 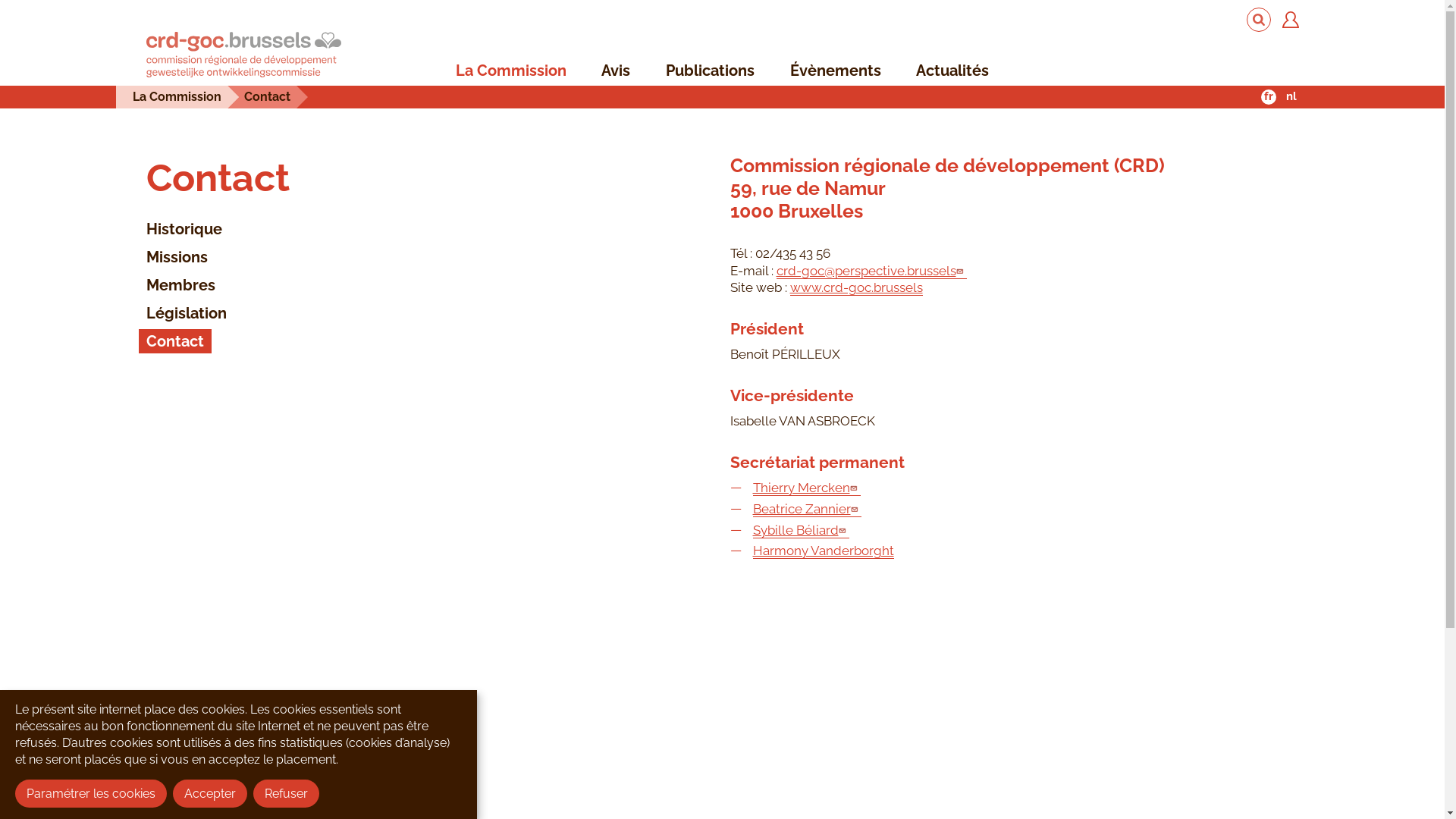 What do you see at coordinates (805, 509) in the screenshot?
I see `'Beatrice Zannier'` at bounding box center [805, 509].